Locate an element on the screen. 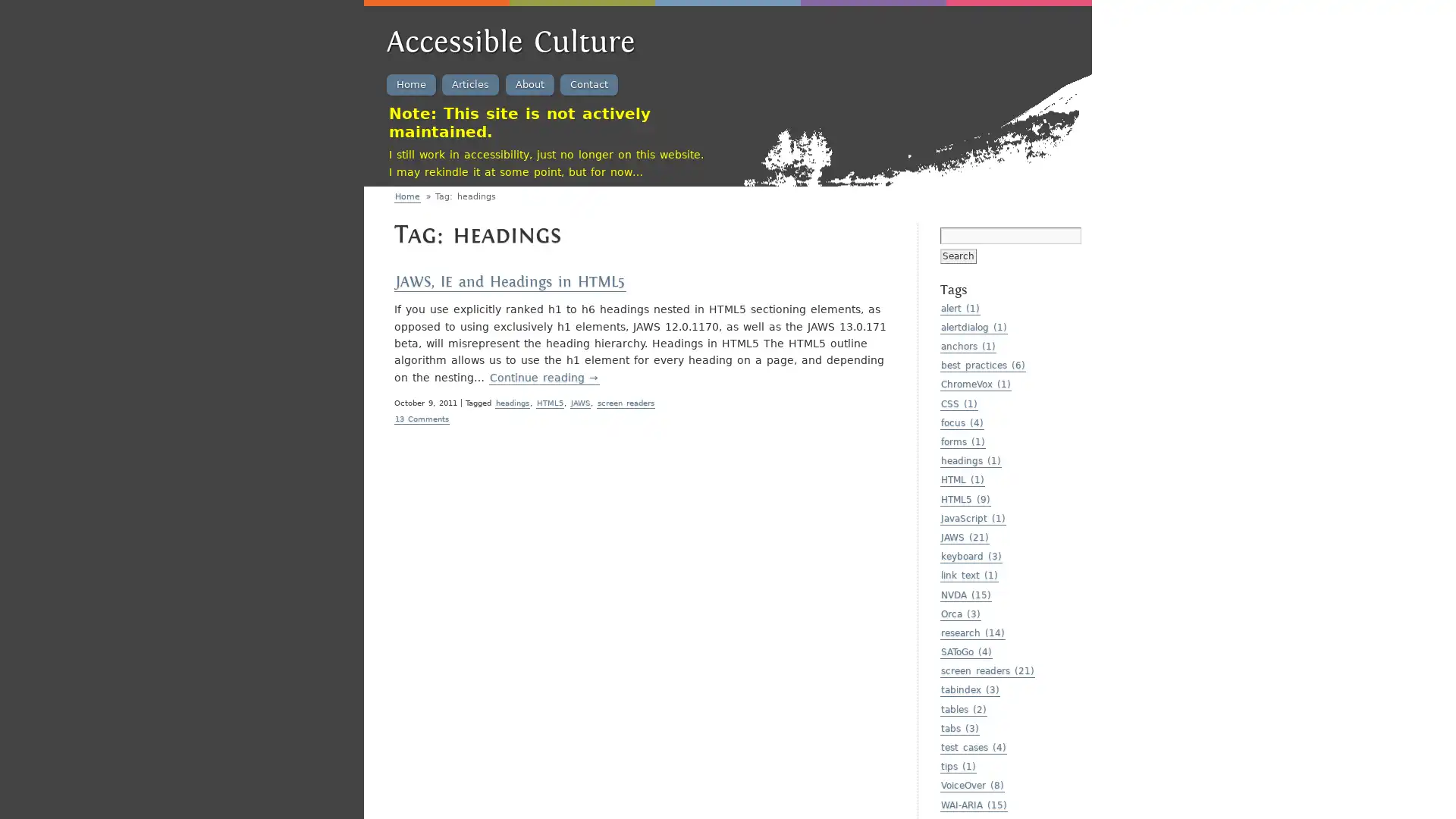 The width and height of the screenshot is (1456, 819). Search is located at coordinates (957, 256).